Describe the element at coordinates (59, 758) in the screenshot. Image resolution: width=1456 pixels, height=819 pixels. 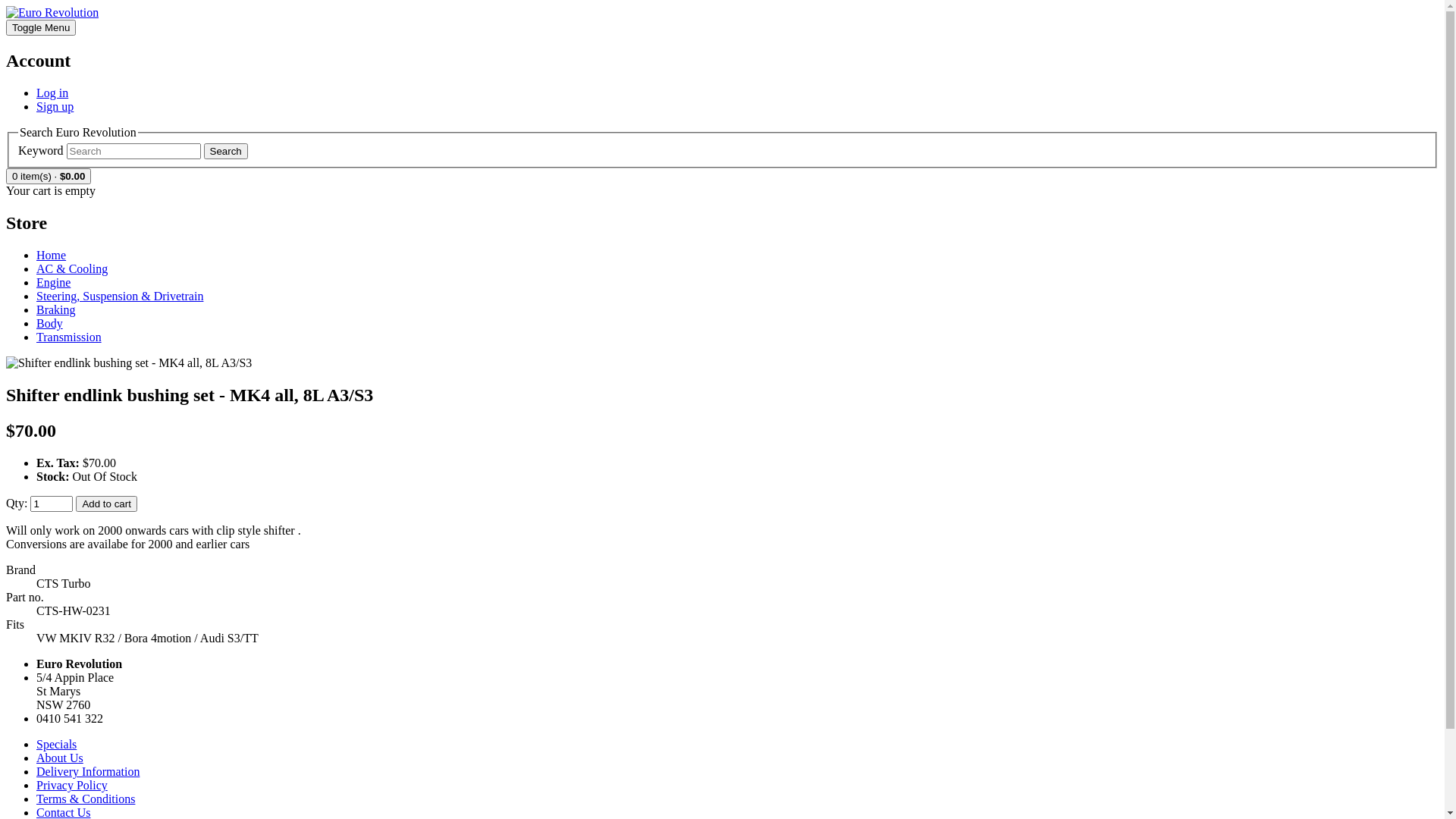
I see `'About Us'` at that location.